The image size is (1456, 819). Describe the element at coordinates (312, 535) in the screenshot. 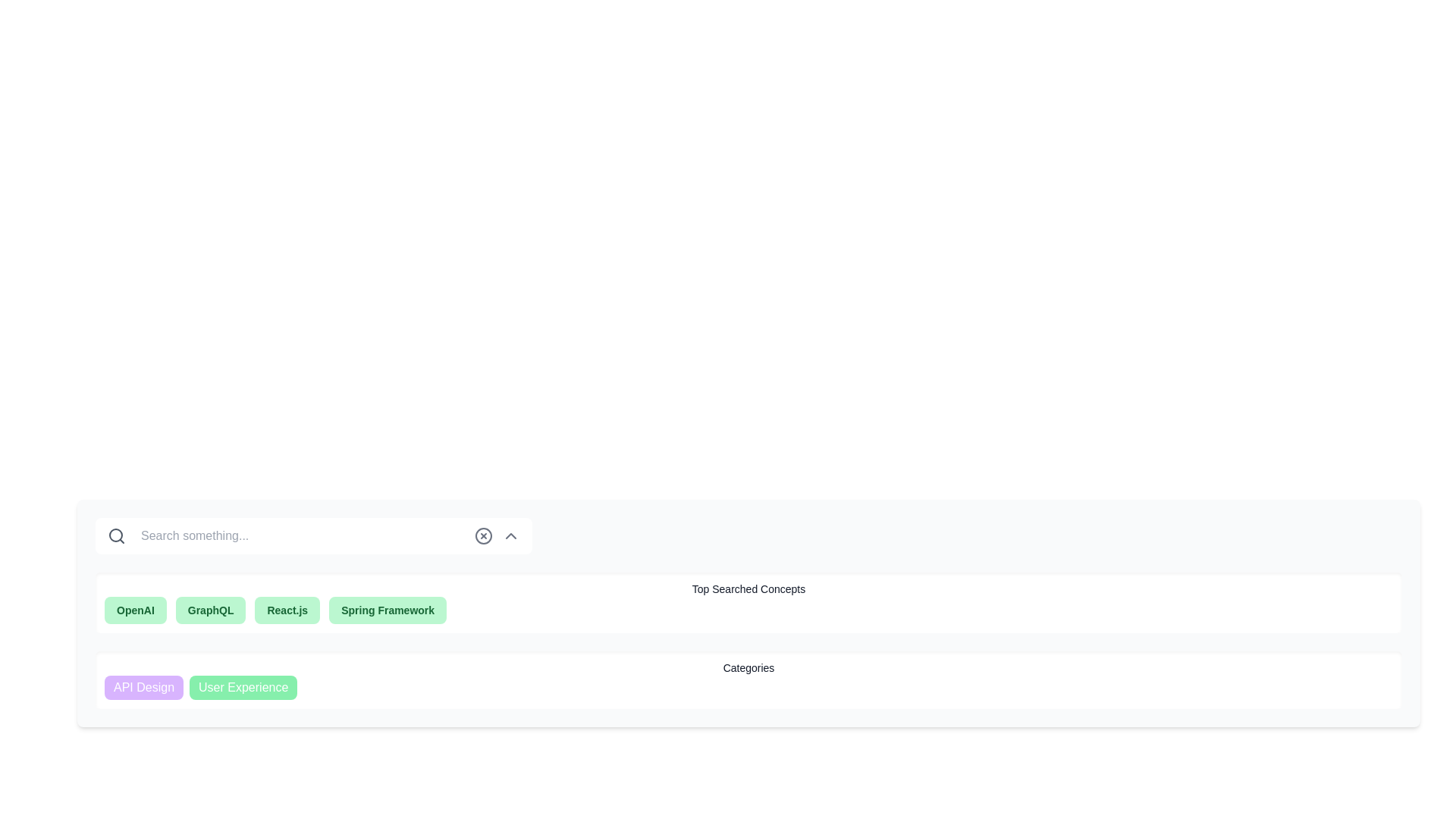

I see `the dropdown arrow on the Search bar, which is located in the upper-middle part of the interface` at that location.